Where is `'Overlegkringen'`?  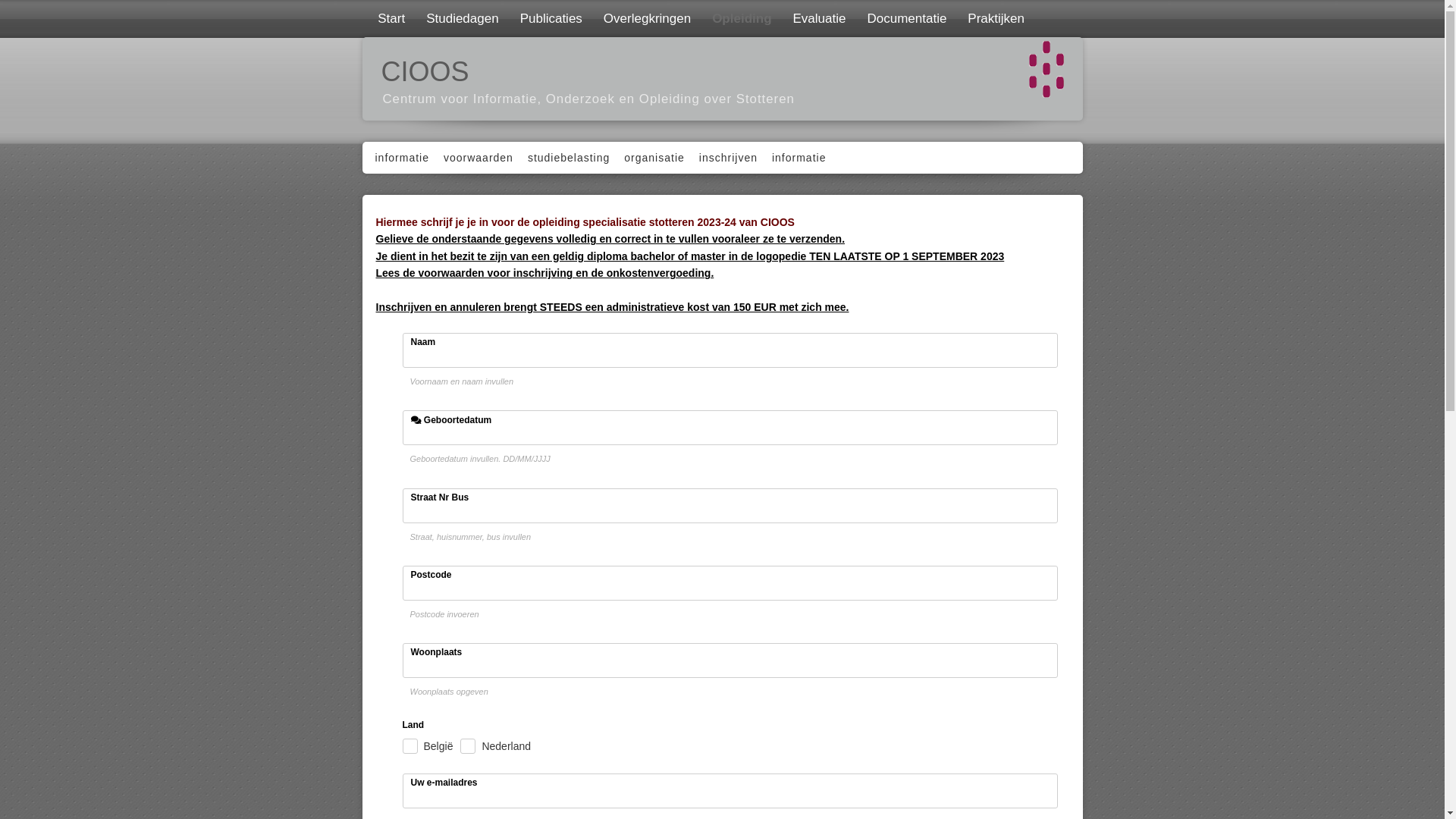 'Overlegkringen' is located at coordinates (645, 18).